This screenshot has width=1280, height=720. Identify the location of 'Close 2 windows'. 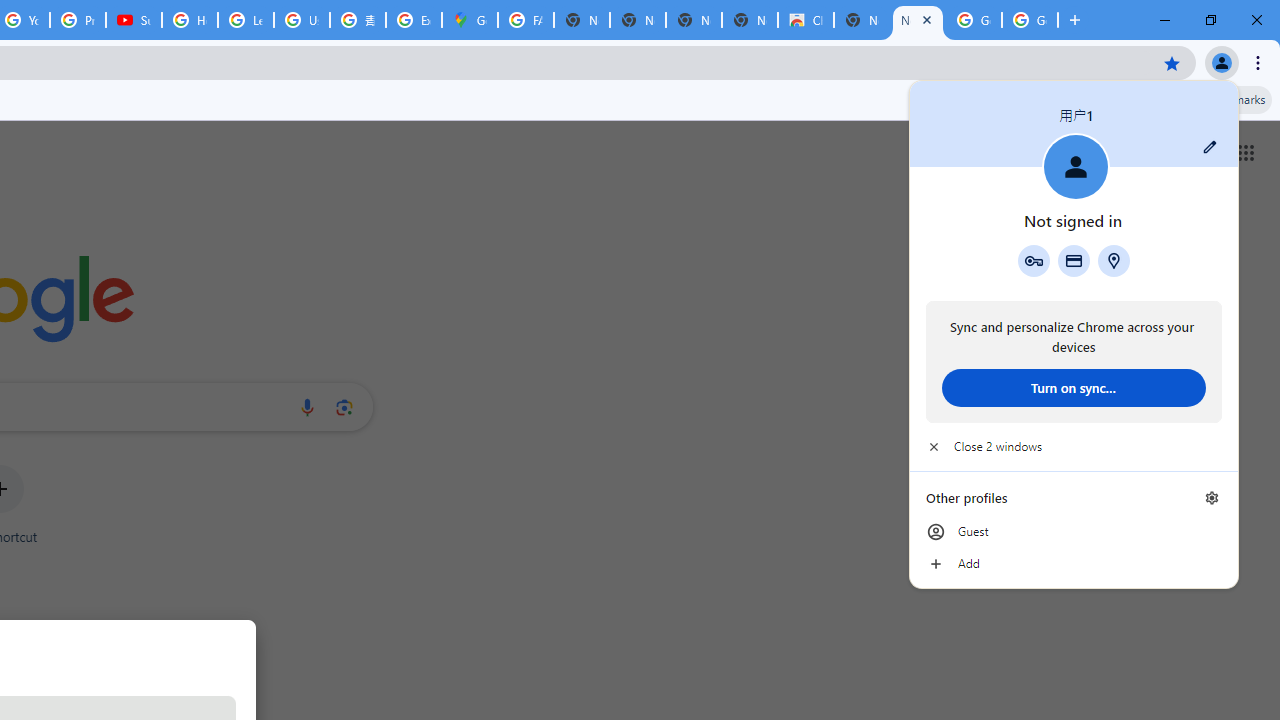
(1072, 446).